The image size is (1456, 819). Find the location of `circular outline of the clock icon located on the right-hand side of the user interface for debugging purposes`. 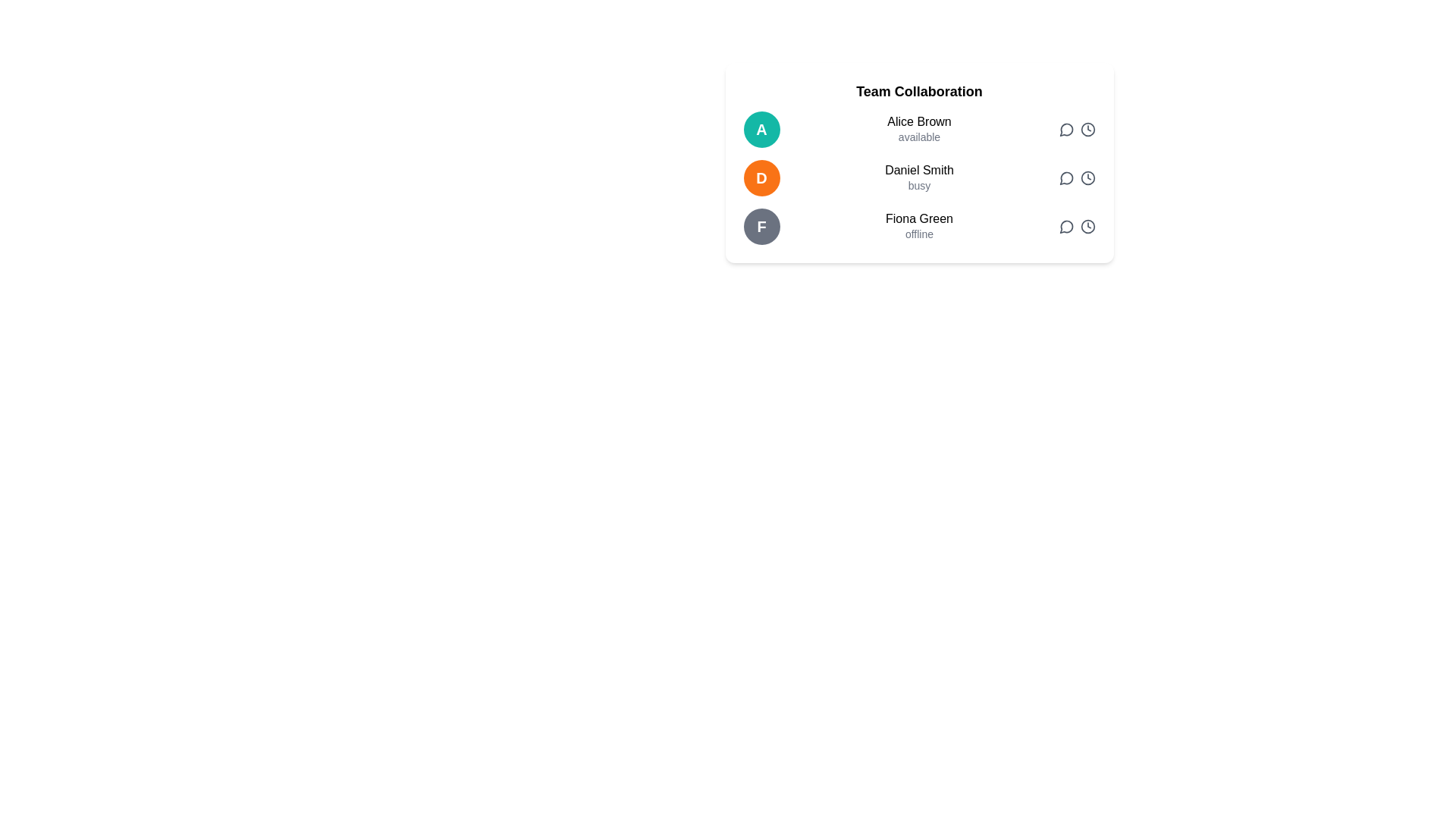

circular outline of the clock icon located on the right-hand side of the user interface for debugging purposes is located at coordinates (1087, 128).